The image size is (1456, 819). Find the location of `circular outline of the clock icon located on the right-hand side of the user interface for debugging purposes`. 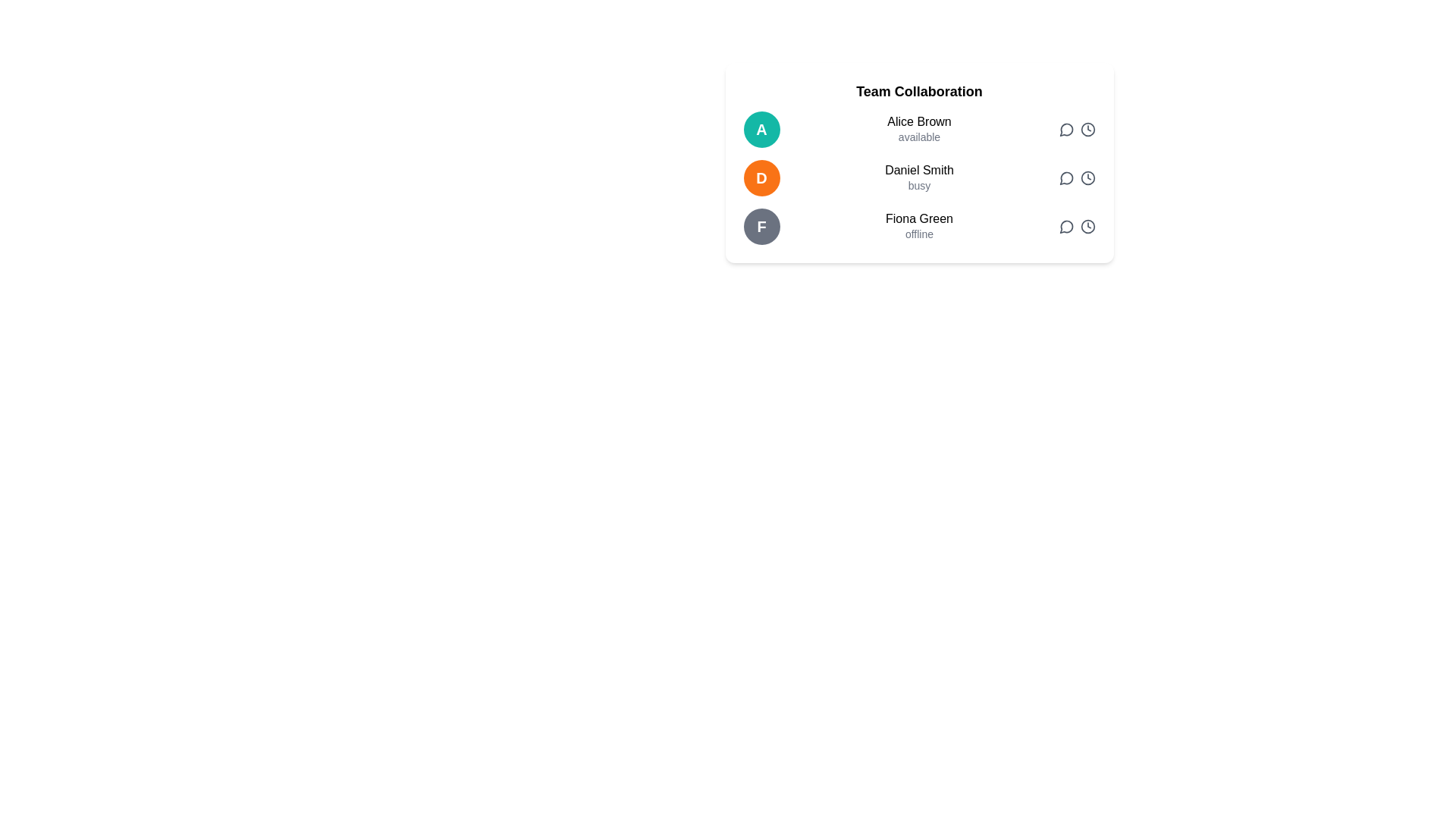

circular outline of the clock icon located on the right-hand side of the user interface for debugging purposes is located at coordinates (1087, 128).